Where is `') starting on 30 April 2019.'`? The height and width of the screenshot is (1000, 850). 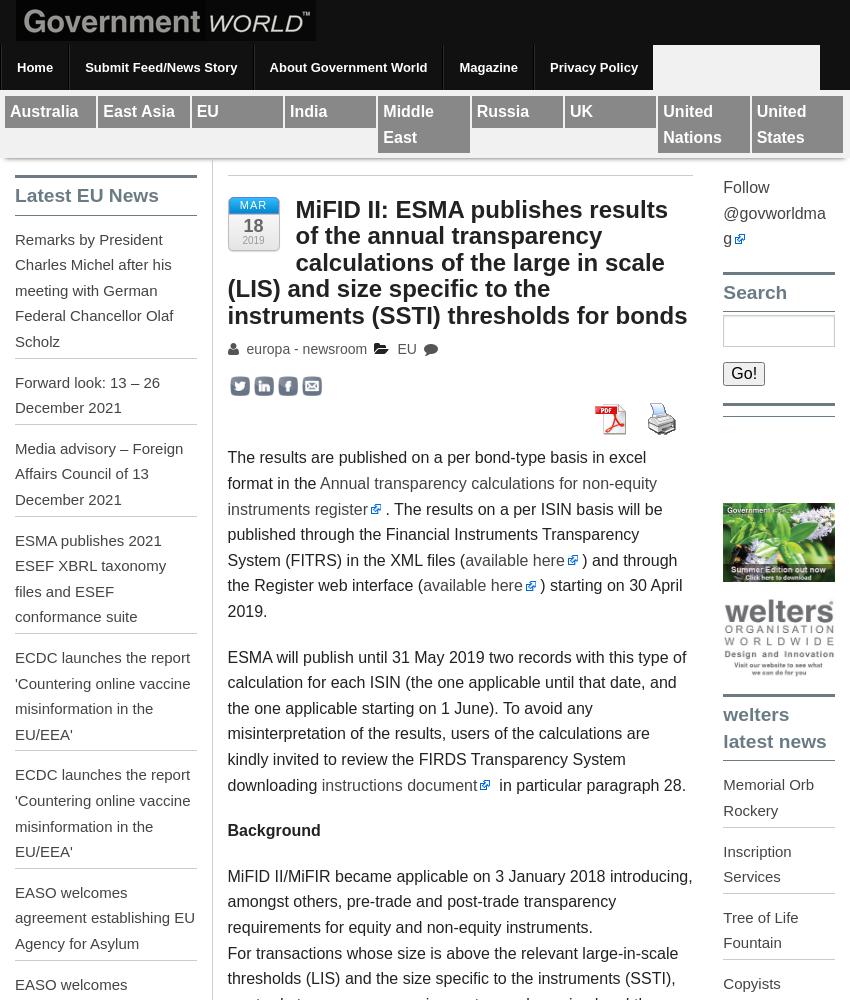
') starting on 30 April 2019.' is located at coordinates (453, 597).